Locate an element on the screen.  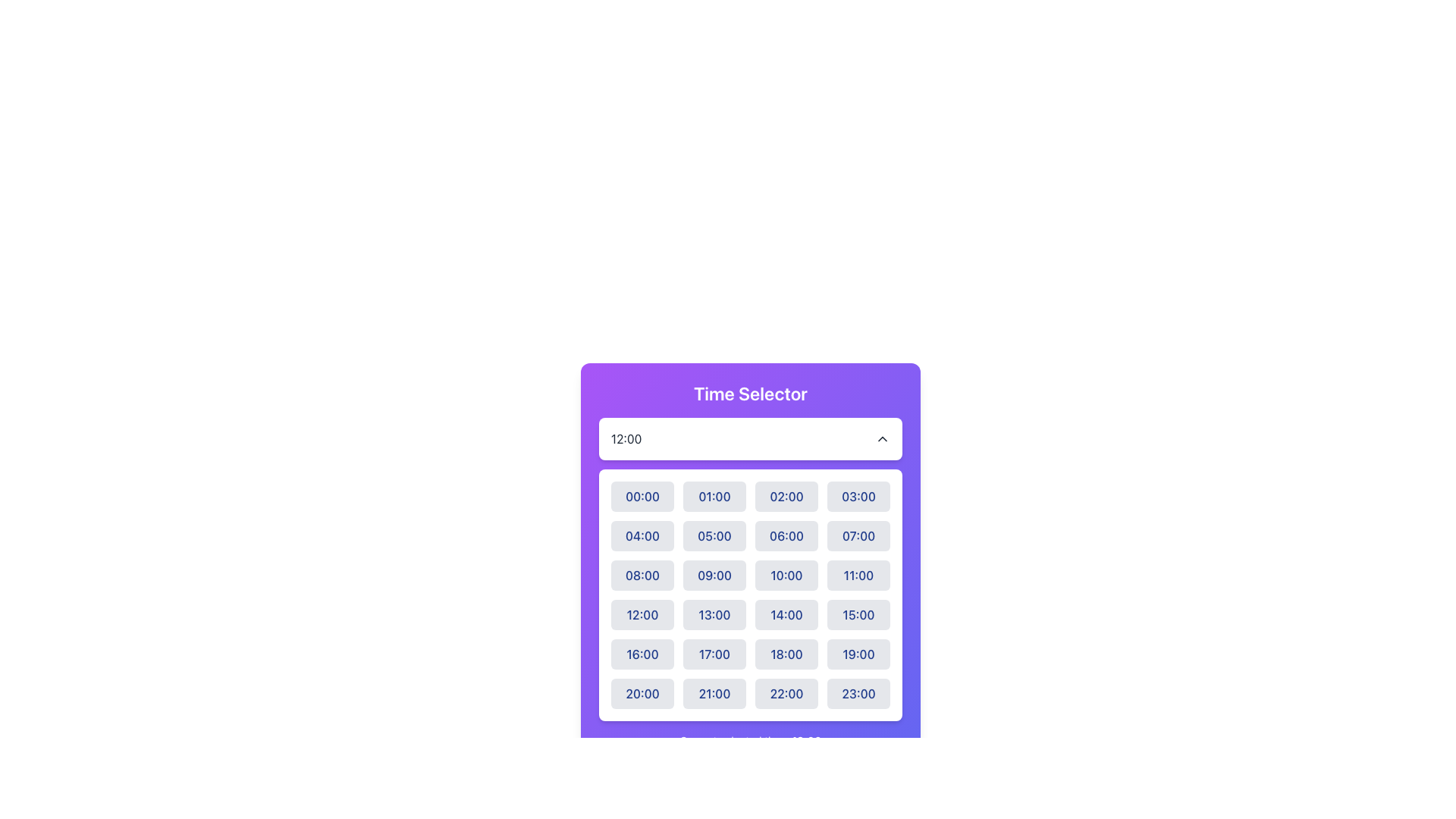
the selectable time option button labeled '14:00' in the time selector component is located at coordinates (786, 614).